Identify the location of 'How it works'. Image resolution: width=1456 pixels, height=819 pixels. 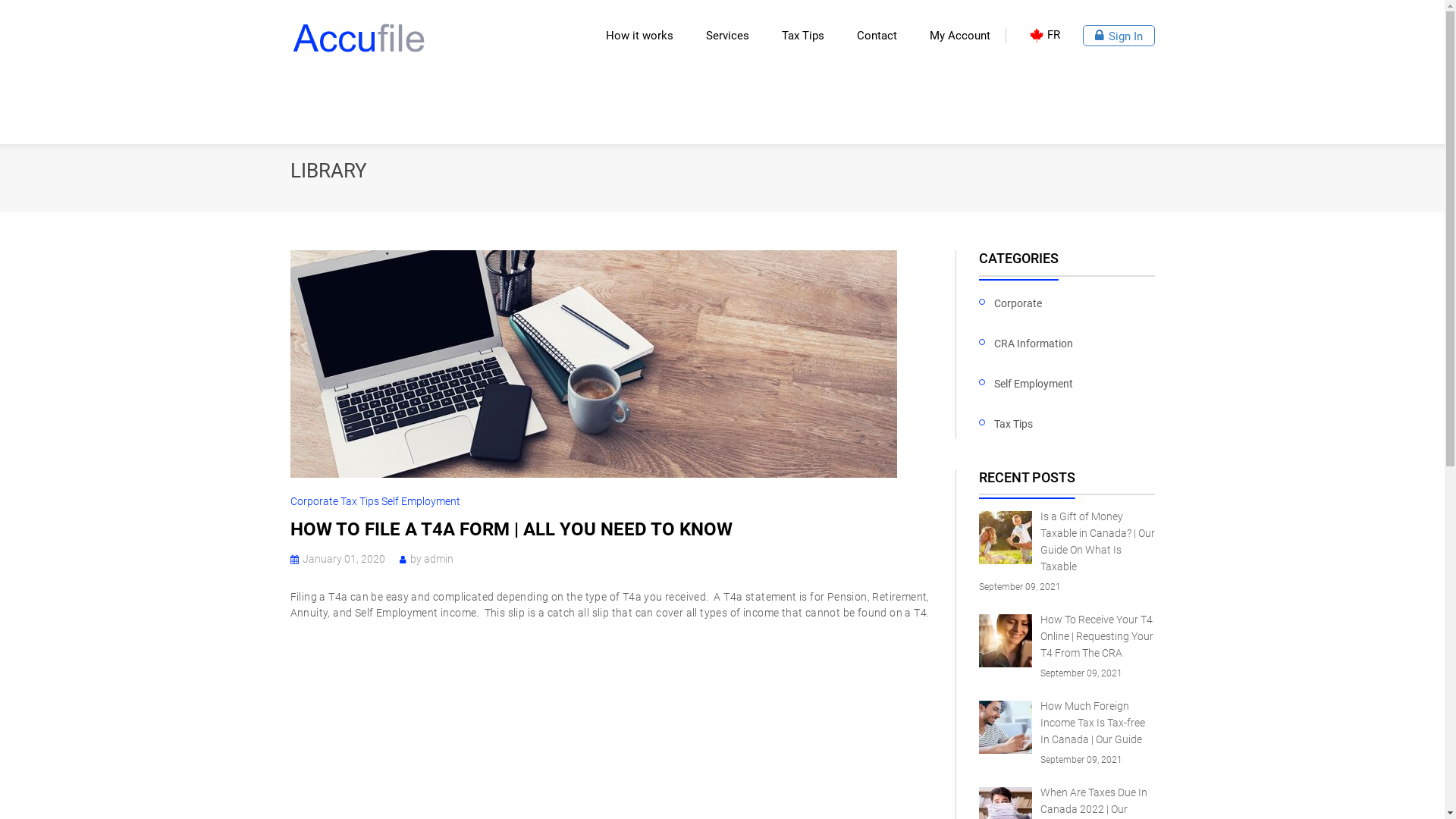
(644, 34).